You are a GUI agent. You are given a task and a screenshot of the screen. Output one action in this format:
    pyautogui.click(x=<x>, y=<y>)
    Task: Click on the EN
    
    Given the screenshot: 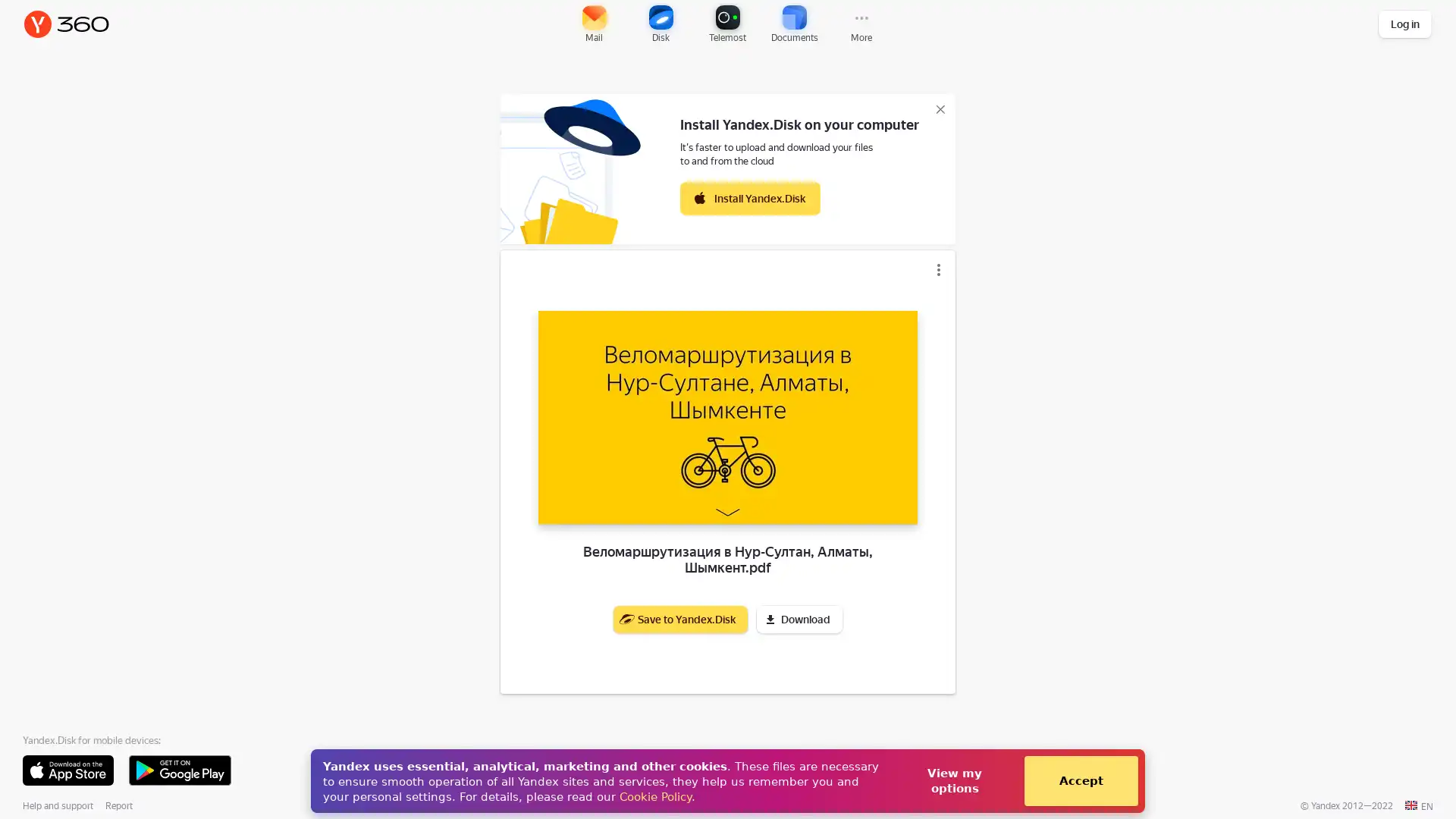 What is the action you would take?
    pyautogui.click(x=1418, y=805)
    